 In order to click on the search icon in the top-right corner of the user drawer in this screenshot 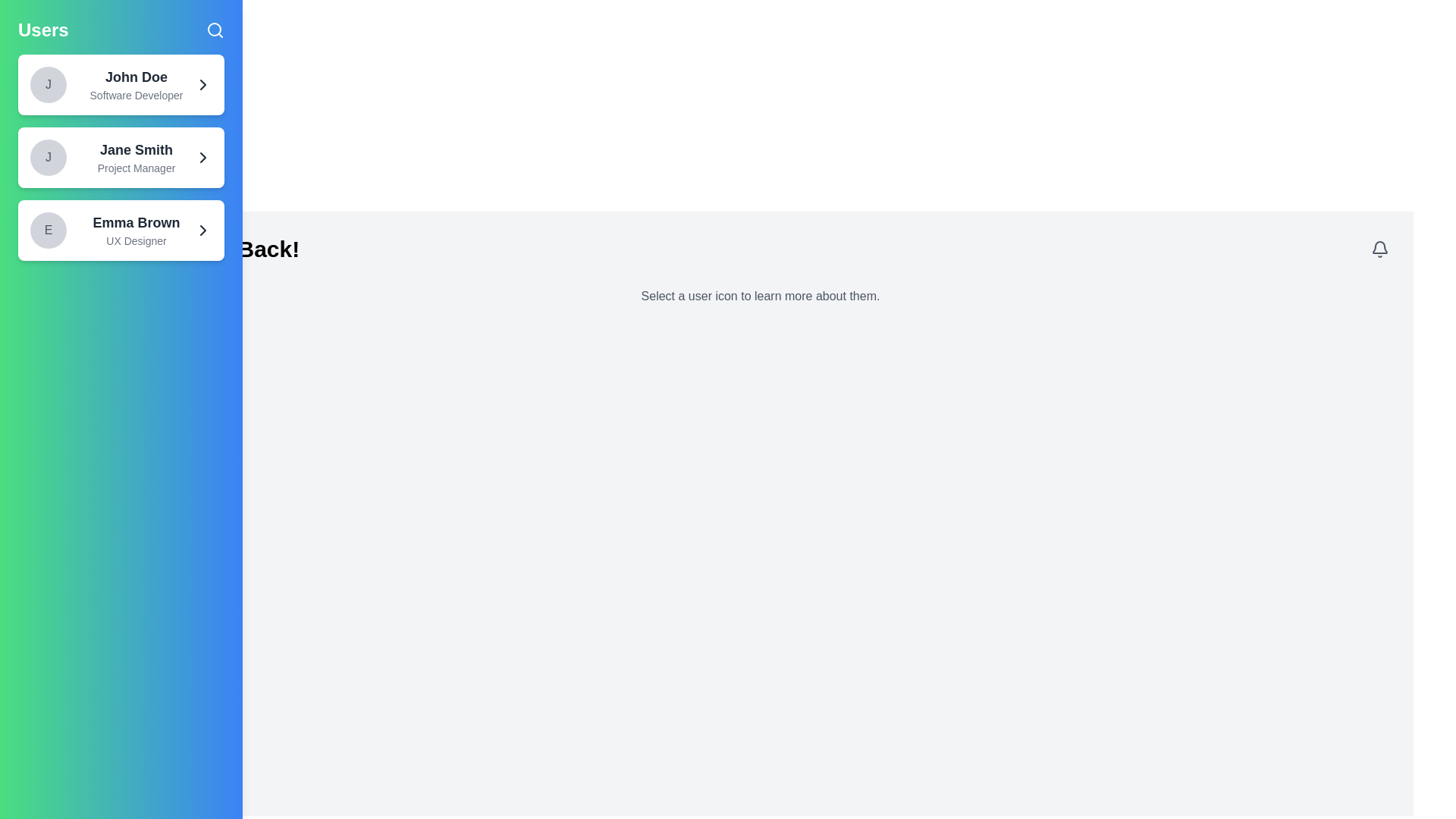, I will do `click(214, 30)`.